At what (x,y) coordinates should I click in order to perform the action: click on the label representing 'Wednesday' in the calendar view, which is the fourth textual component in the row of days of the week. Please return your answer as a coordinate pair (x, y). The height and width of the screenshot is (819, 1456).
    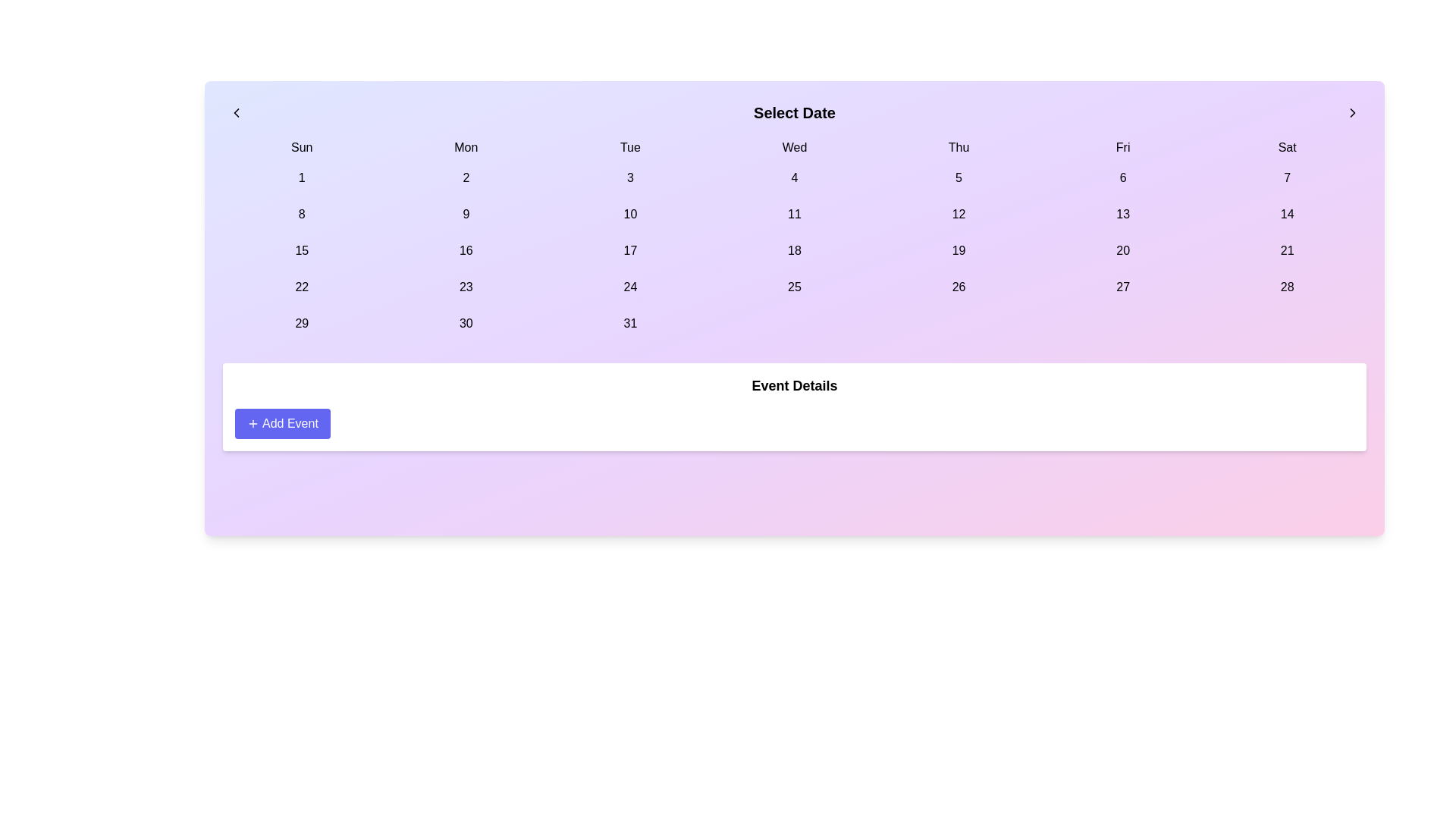
    Looking at the image, I should click on (793, 148).